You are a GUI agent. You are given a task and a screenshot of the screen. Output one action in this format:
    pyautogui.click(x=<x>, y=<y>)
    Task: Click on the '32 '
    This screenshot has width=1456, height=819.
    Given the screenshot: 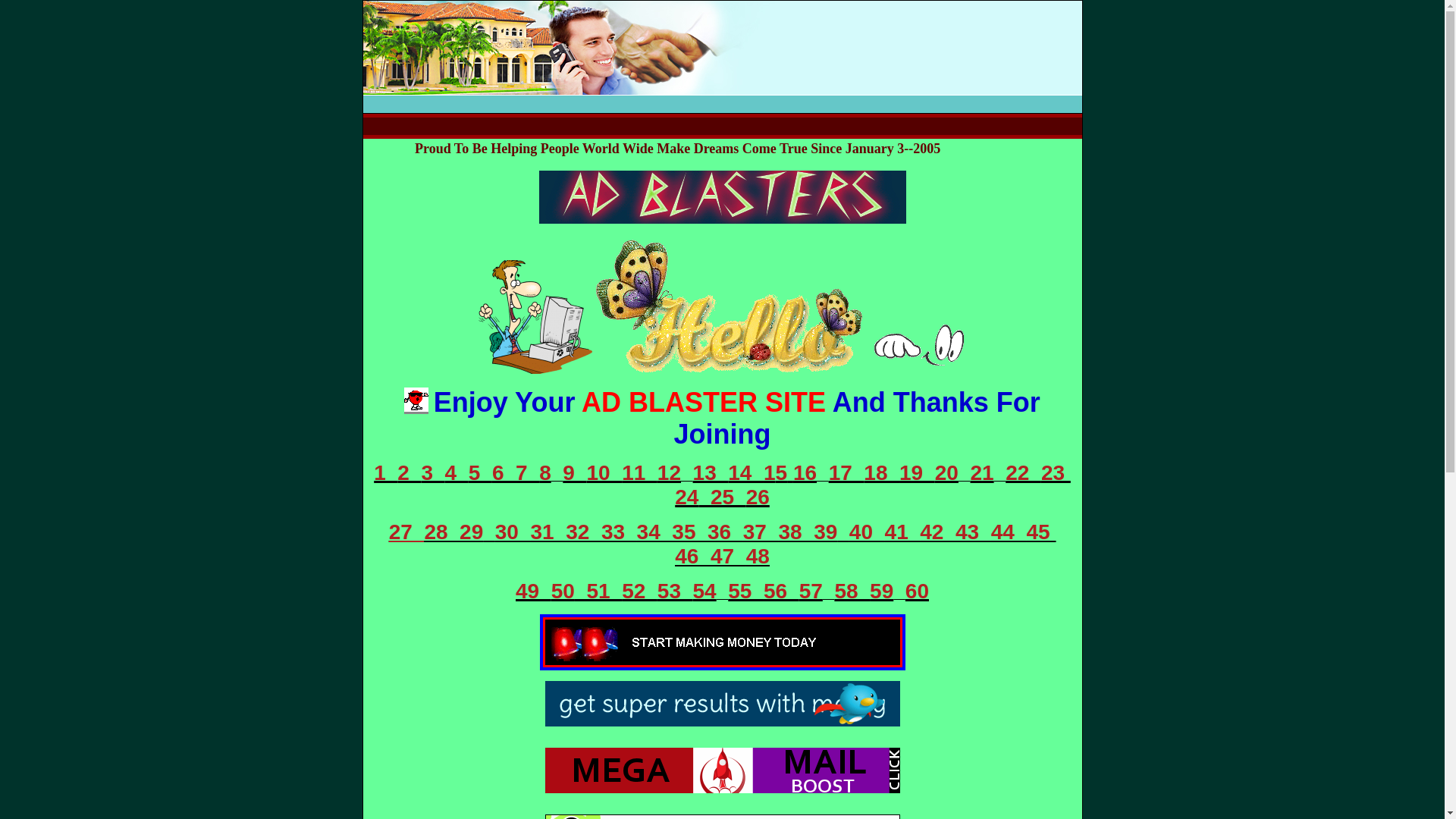 What is the action you would take?
    pyautogui.click(x=582, y=531)
    